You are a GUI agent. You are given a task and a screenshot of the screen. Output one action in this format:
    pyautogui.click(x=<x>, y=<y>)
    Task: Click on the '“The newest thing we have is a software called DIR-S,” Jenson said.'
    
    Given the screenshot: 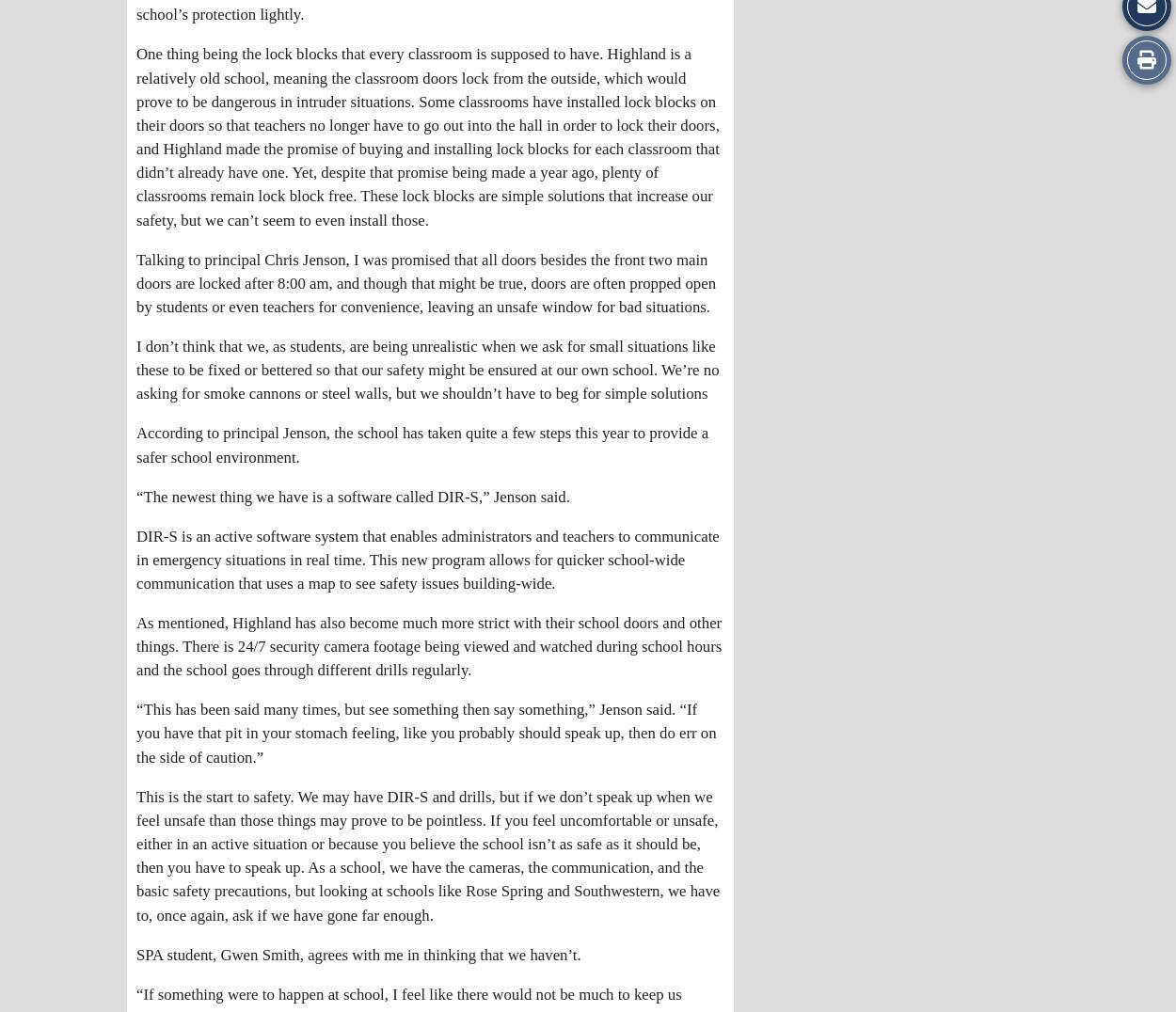 What is the action you would take?
    pyautogui.click(x=136, y=496)
    